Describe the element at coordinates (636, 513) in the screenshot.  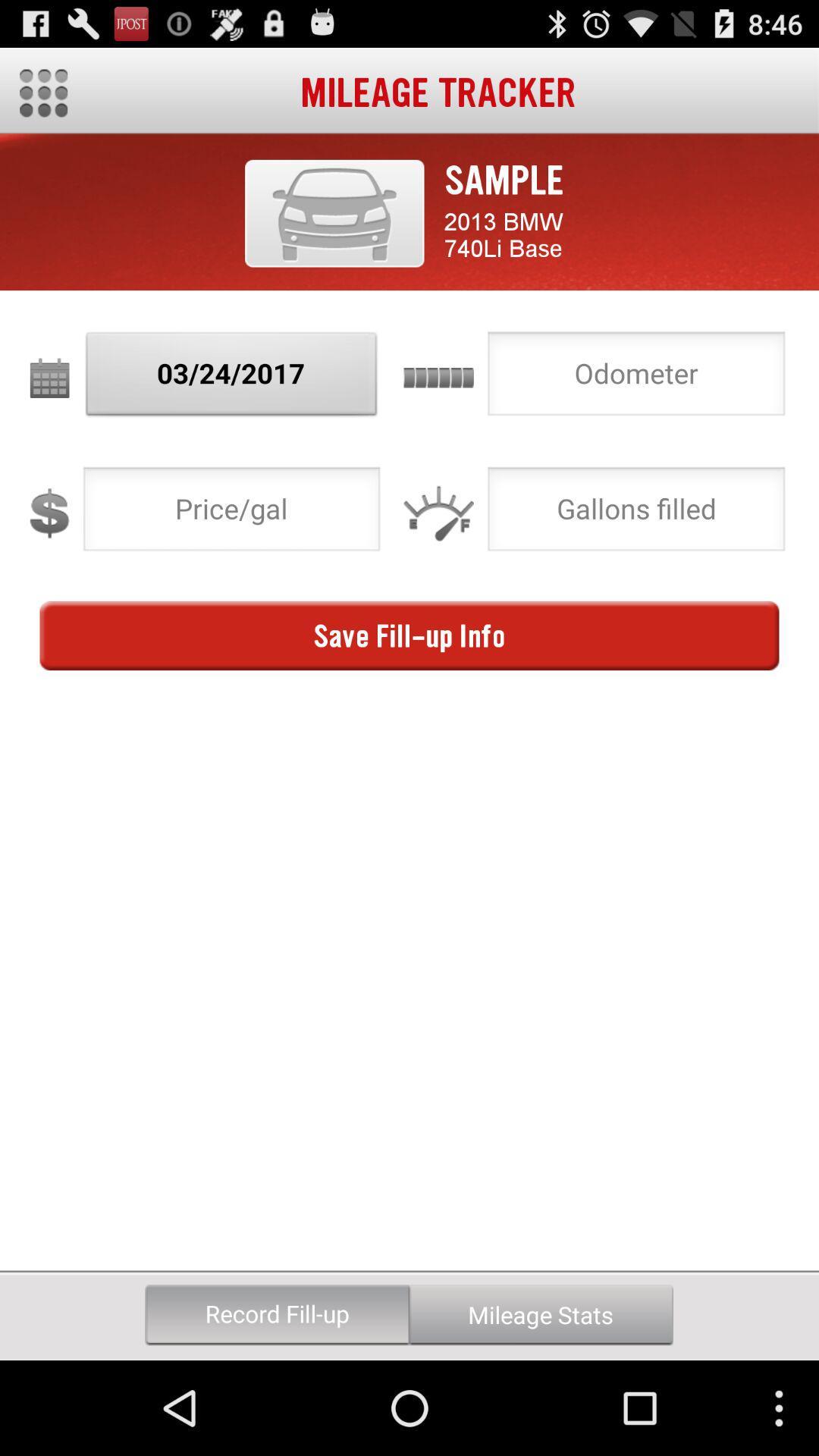
I see `choose option` at that location.